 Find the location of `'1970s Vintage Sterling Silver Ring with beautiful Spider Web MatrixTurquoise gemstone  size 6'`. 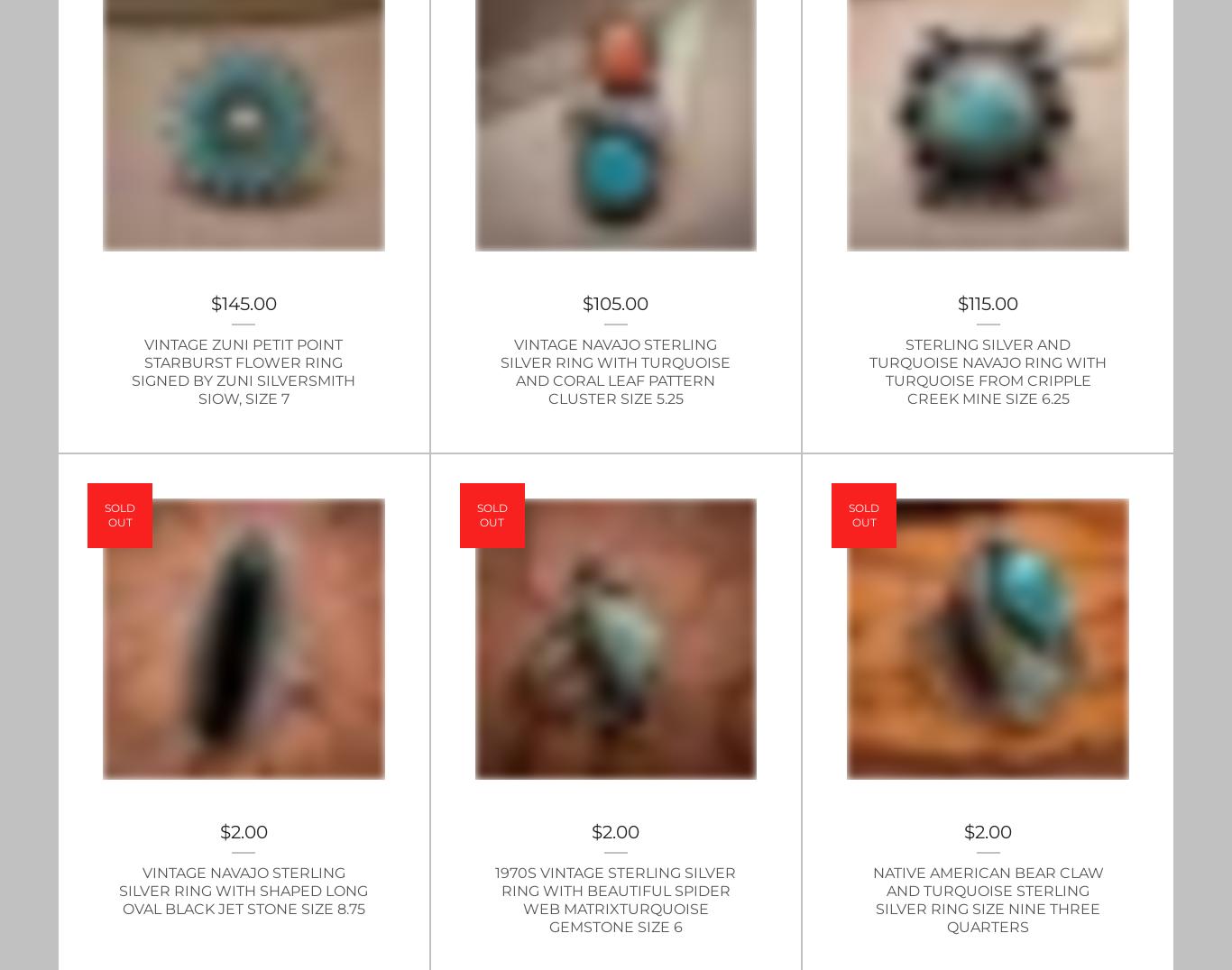

'1970s Vintage Sterling Silver Ring with beautiful Spider Web MatrixTurquoise gemstone  size 6' is located at coordinates (614, 899).